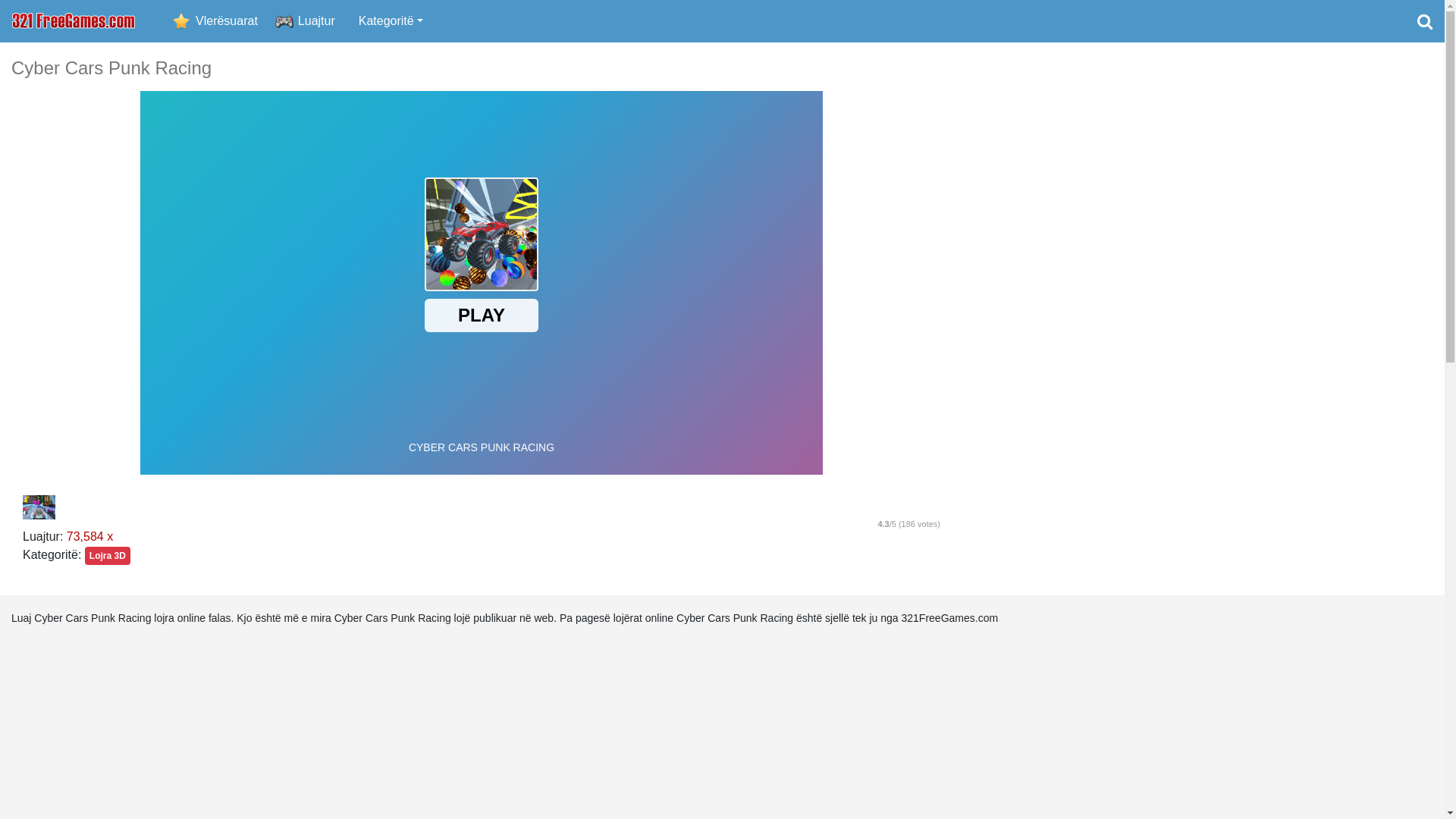  What do you see at coordinates (927, 506) in the screenshot?
I see `'5'` at bounding box center [927, 506].